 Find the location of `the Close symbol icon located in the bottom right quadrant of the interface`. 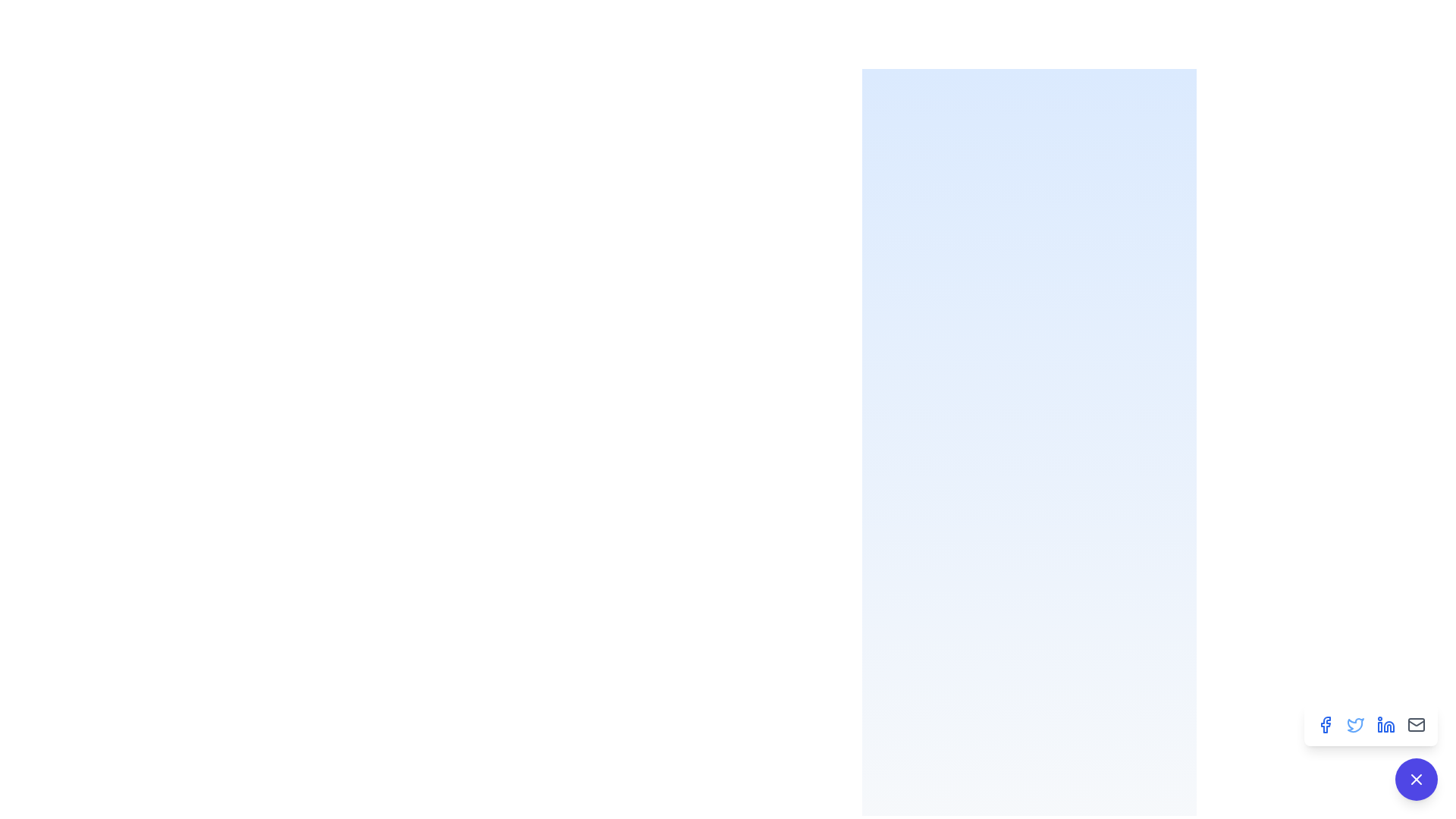

the Close symbol icon located in the bottom right quadrant of the interface is located at coordinates (1415, 780).